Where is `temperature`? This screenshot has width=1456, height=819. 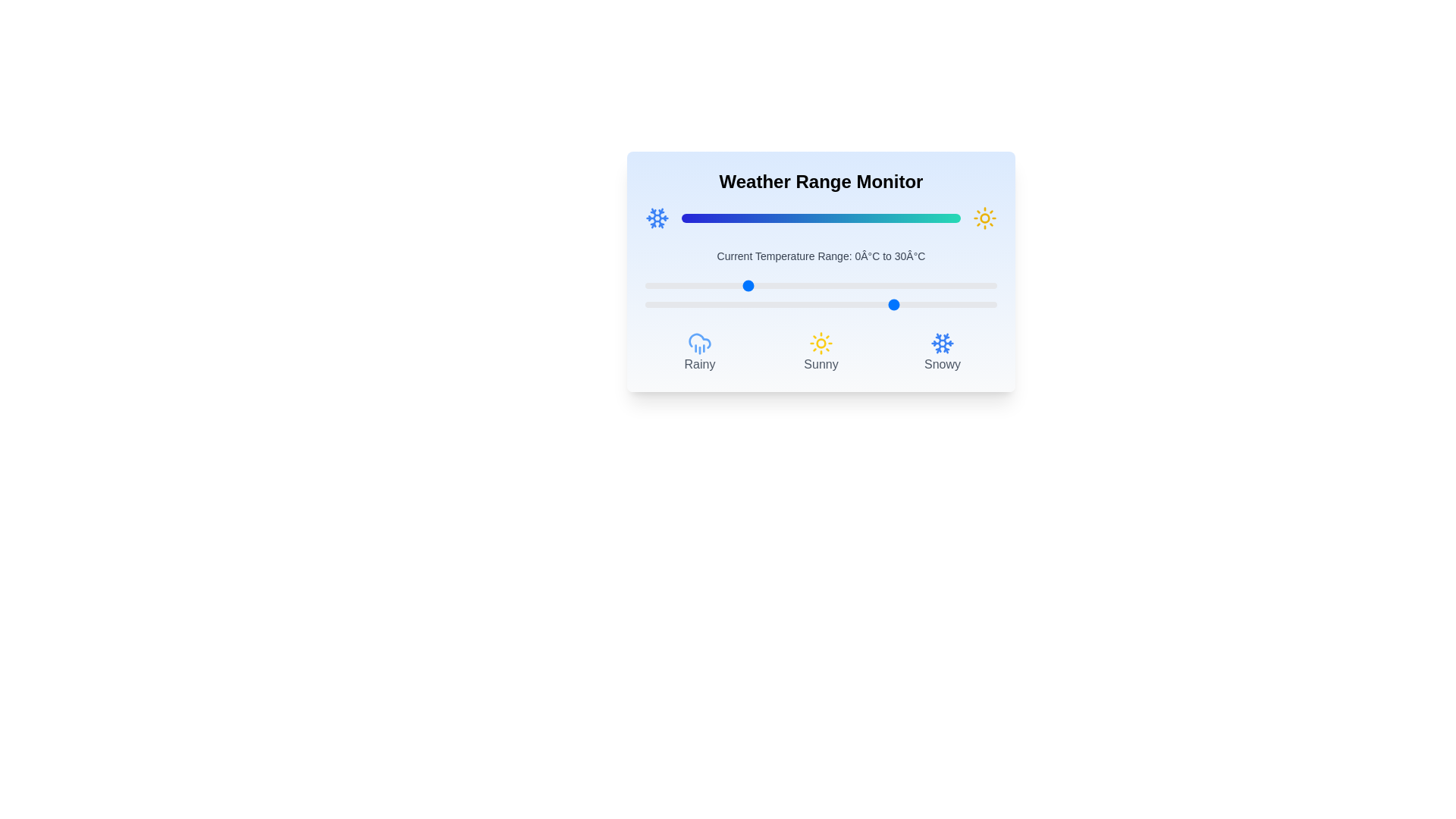 temperature is located at coordinates (881, 304).